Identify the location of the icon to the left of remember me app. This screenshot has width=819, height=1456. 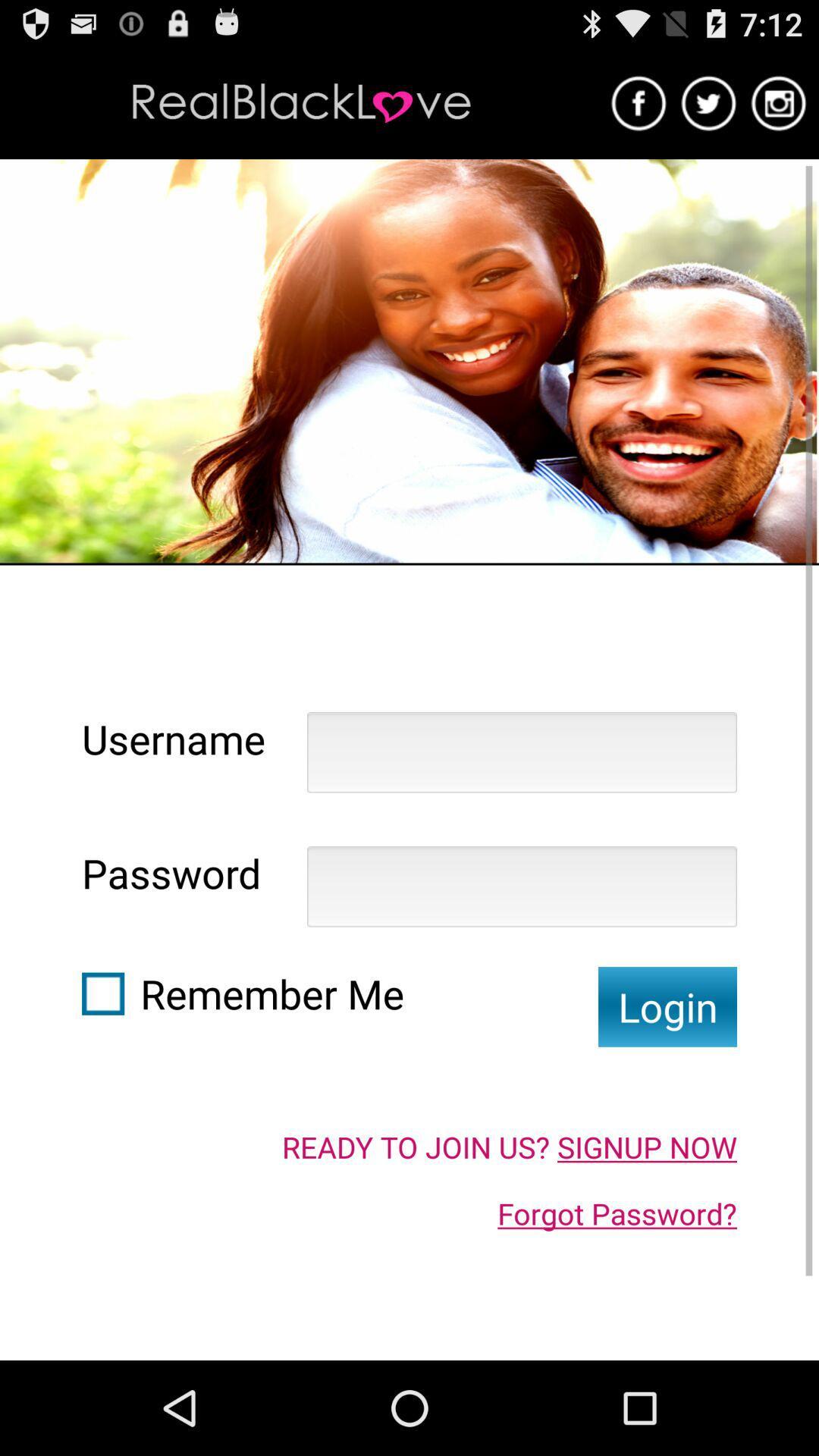
(102, 993).